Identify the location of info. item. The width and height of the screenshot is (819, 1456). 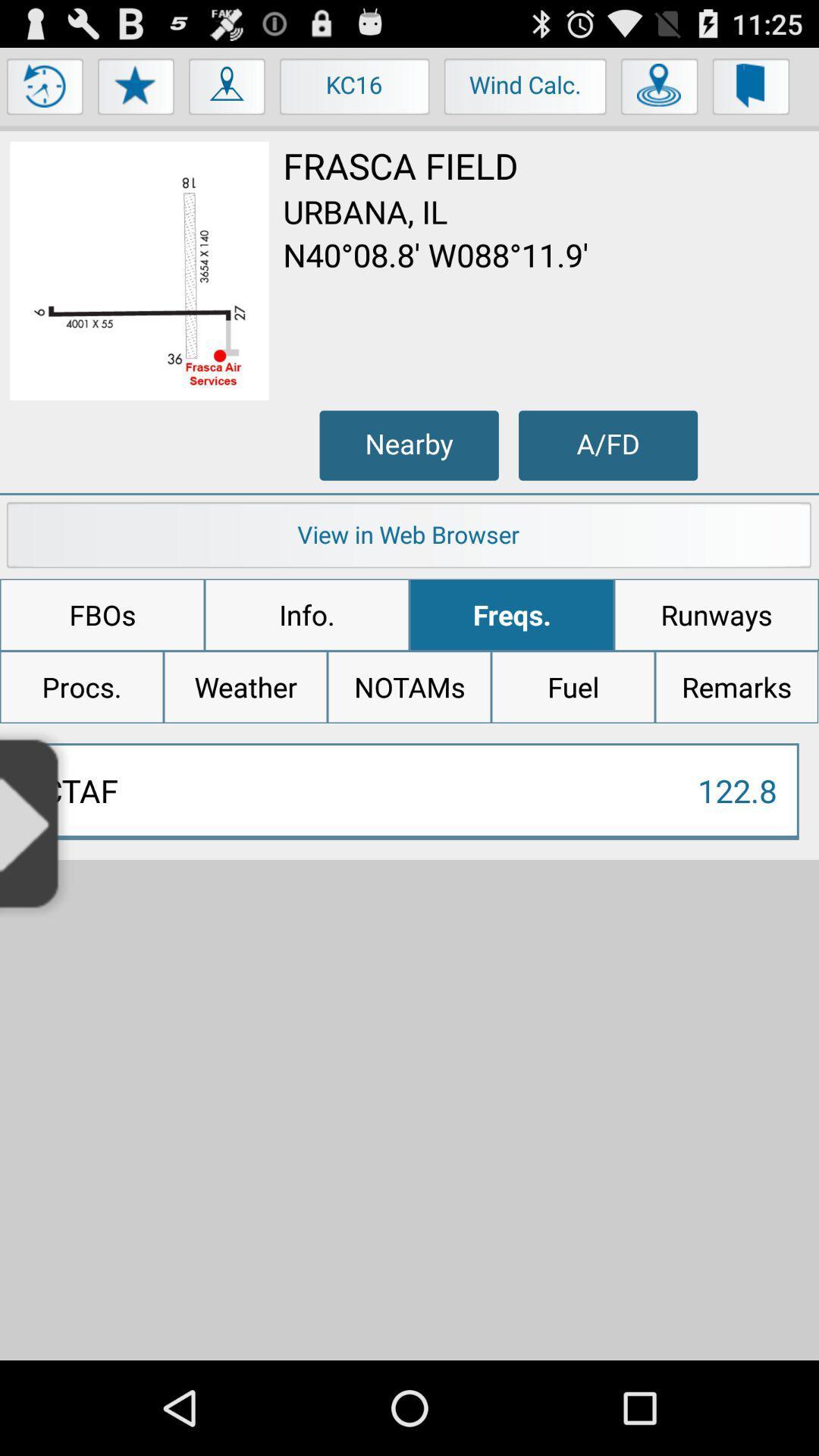
(307, 615).